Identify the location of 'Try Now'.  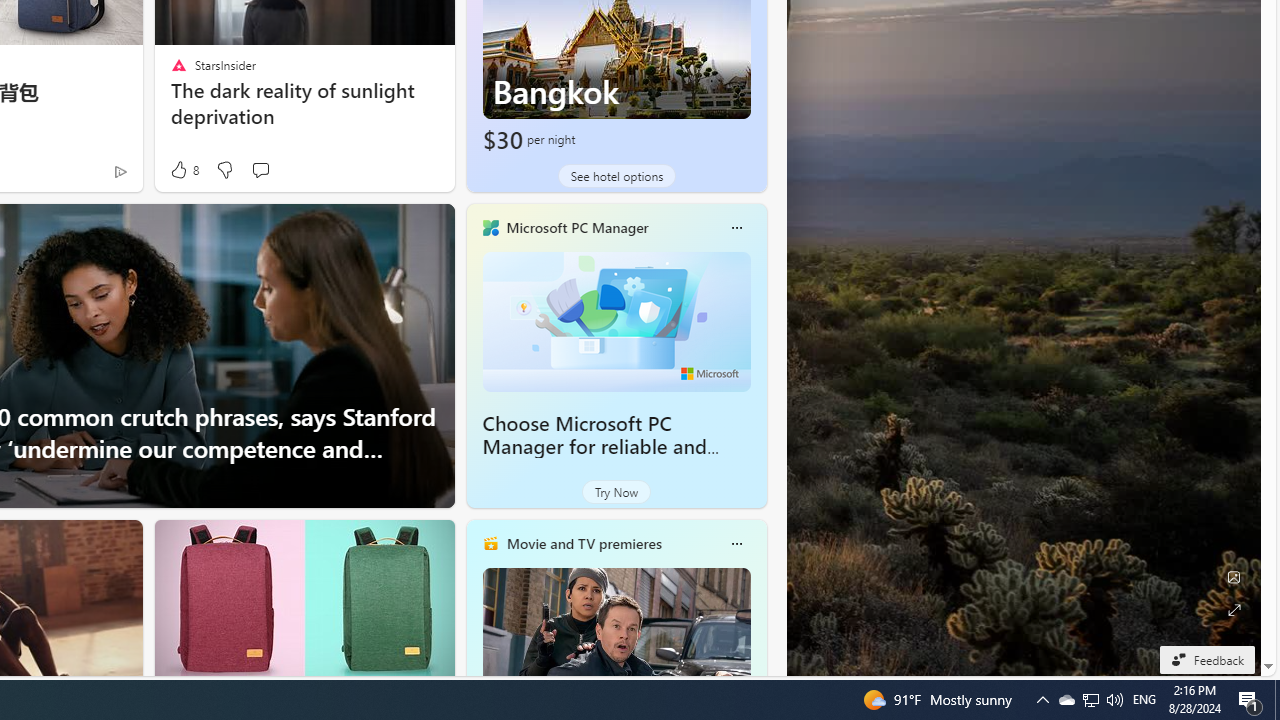
(615, 492).